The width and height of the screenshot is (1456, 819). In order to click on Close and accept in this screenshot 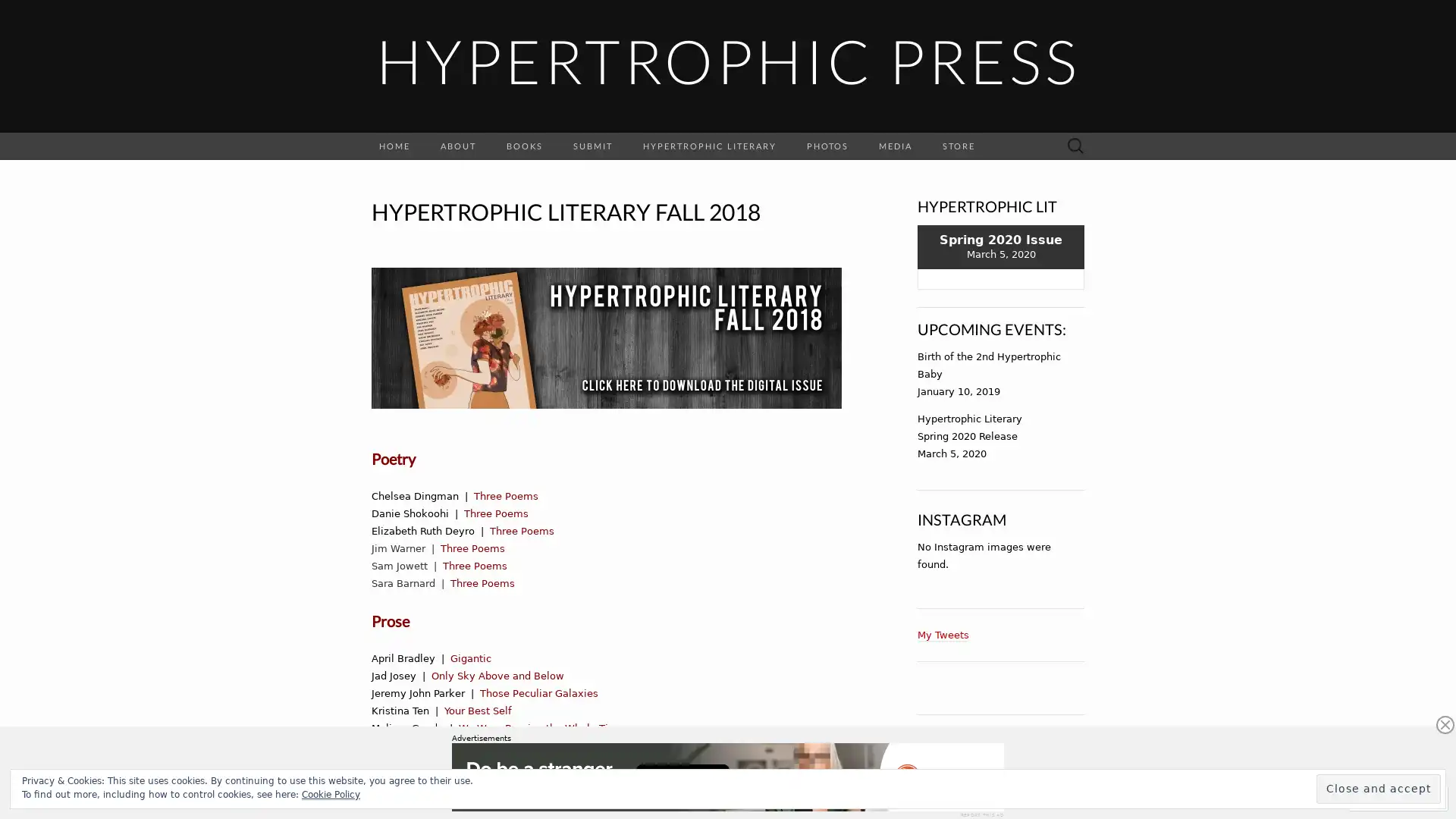, I will do `click(1379, 788)`.